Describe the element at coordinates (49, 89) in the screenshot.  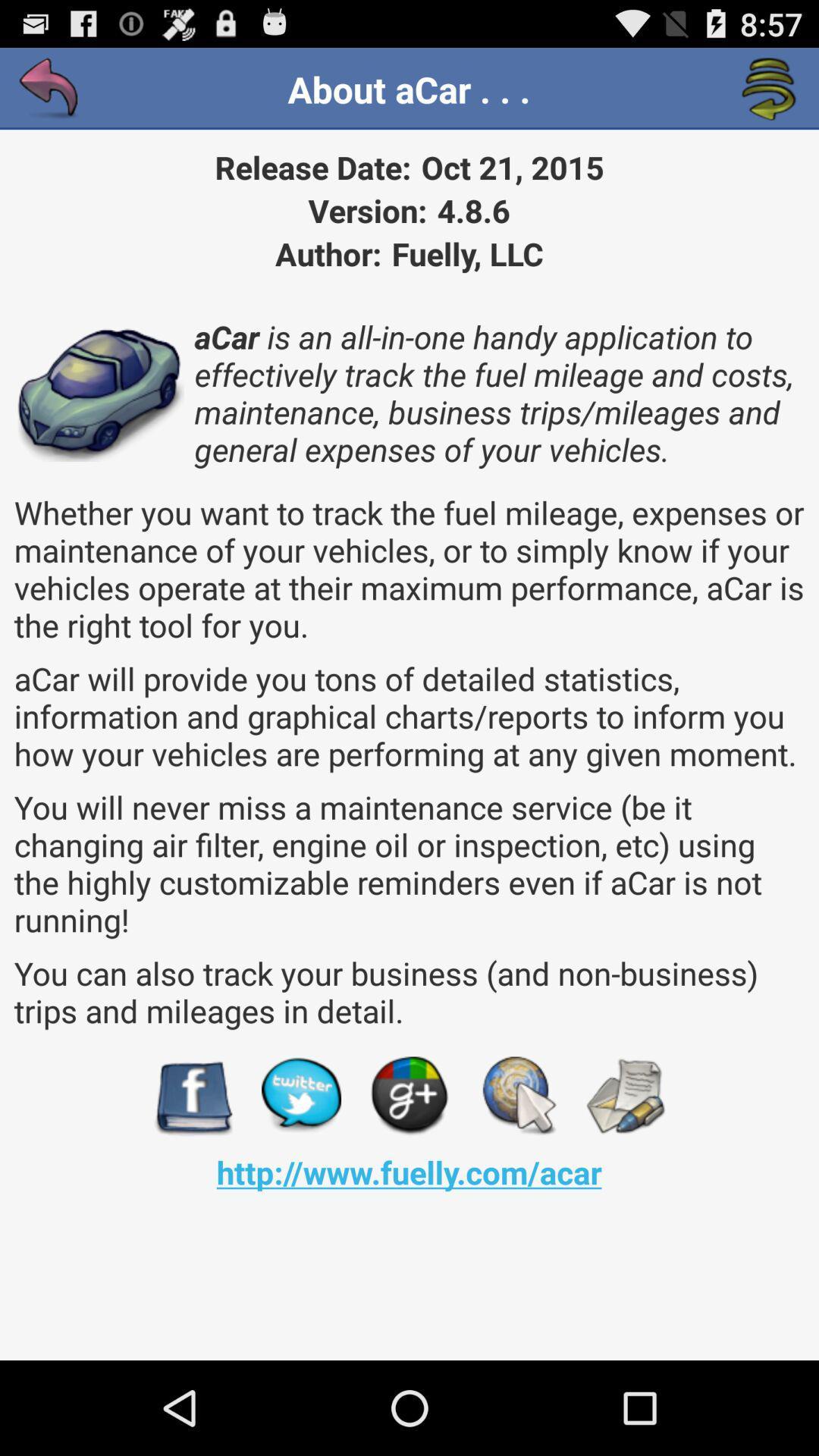
I see `icon at the top left corner` at that location.